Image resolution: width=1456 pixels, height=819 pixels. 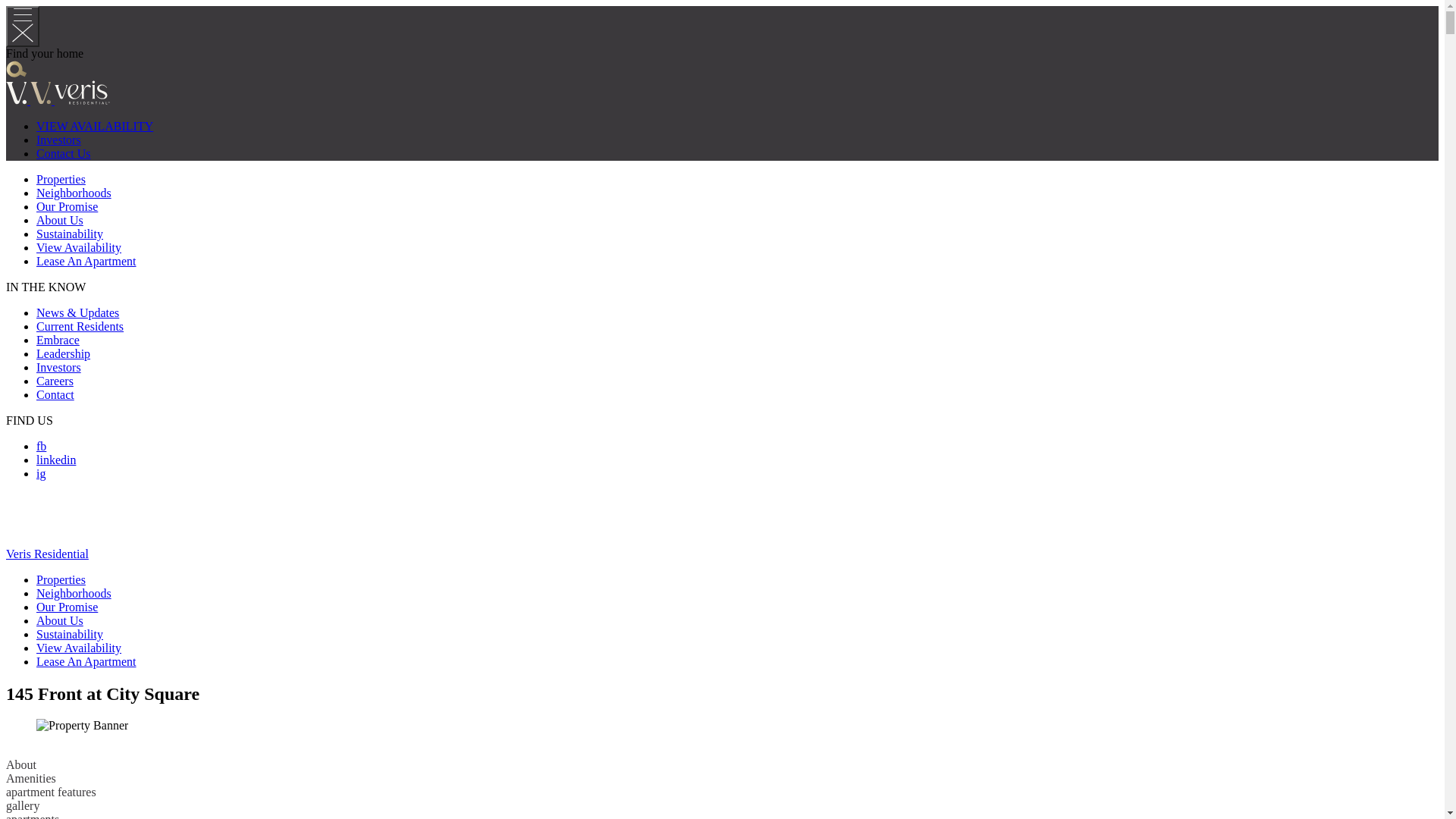 I want to click on 'Properties', so click(x=61, y=178).